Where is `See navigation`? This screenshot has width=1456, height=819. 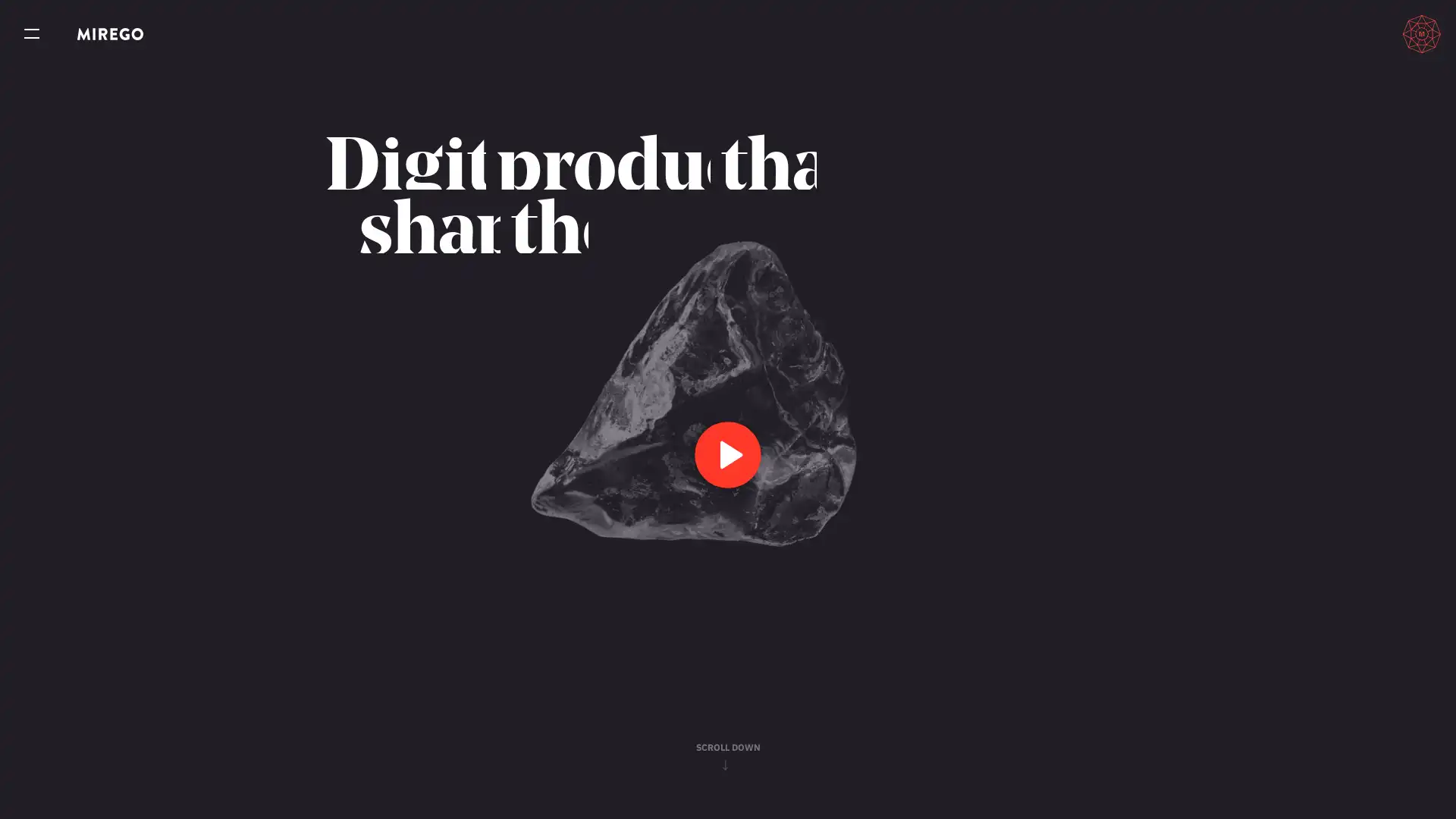
See navigation is located at coordinates (32, 34).